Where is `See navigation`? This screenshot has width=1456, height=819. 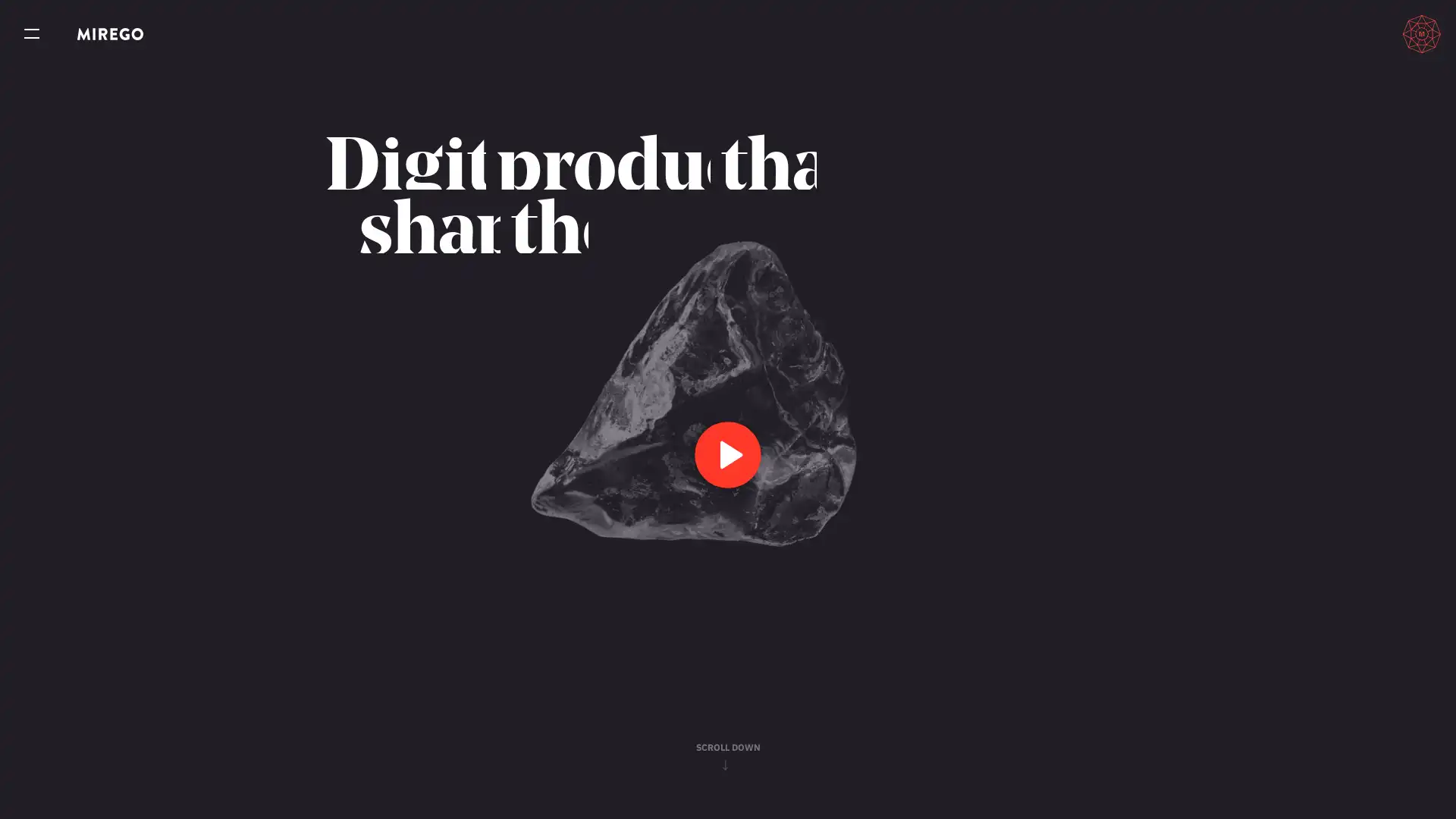
See navigation is located at coordinates (32, 34).